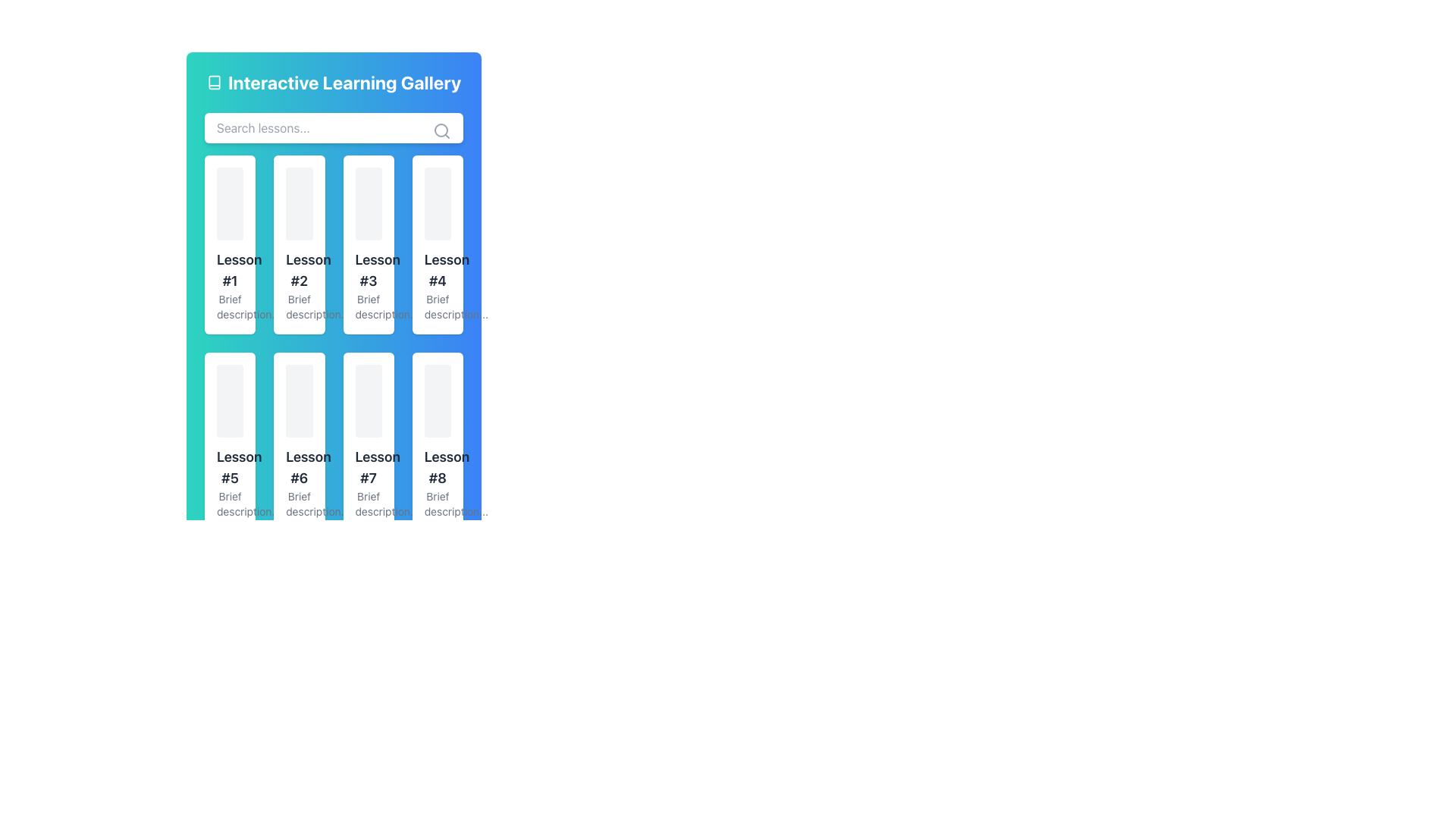 This screenshot has height=819, width=1456. What do you see at coordinates (229, 307) in the screenshot?
I see `contextual text located at the bottom section of the card labeled 'Lesson #1' positioned in the main layout grid` at bounding box center [229, 307].